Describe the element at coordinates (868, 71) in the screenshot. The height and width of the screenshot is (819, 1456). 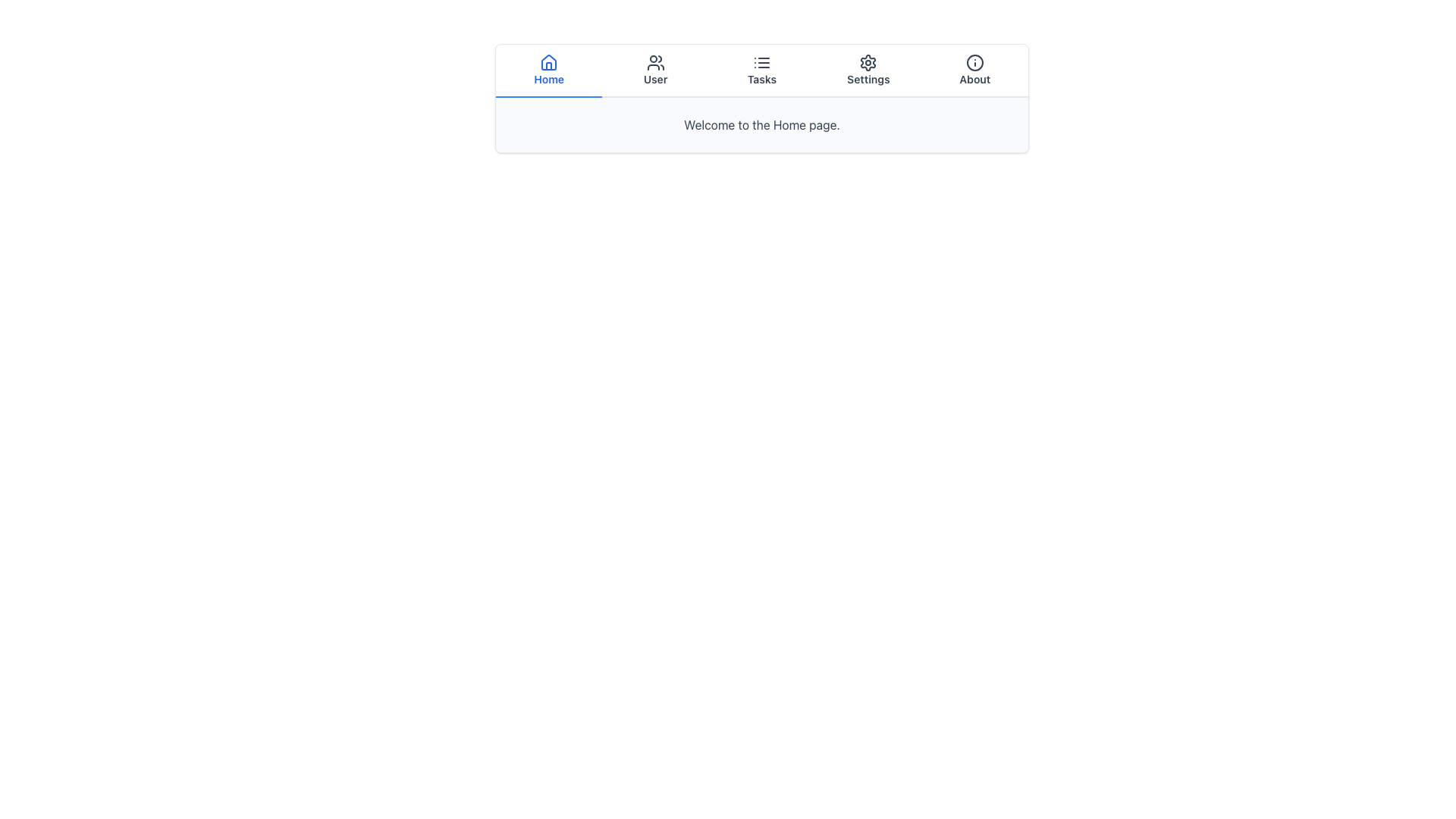
I see `the 'Settings' Navigation Tab, which is the fourth item in the horizontal menu bar` at that location.